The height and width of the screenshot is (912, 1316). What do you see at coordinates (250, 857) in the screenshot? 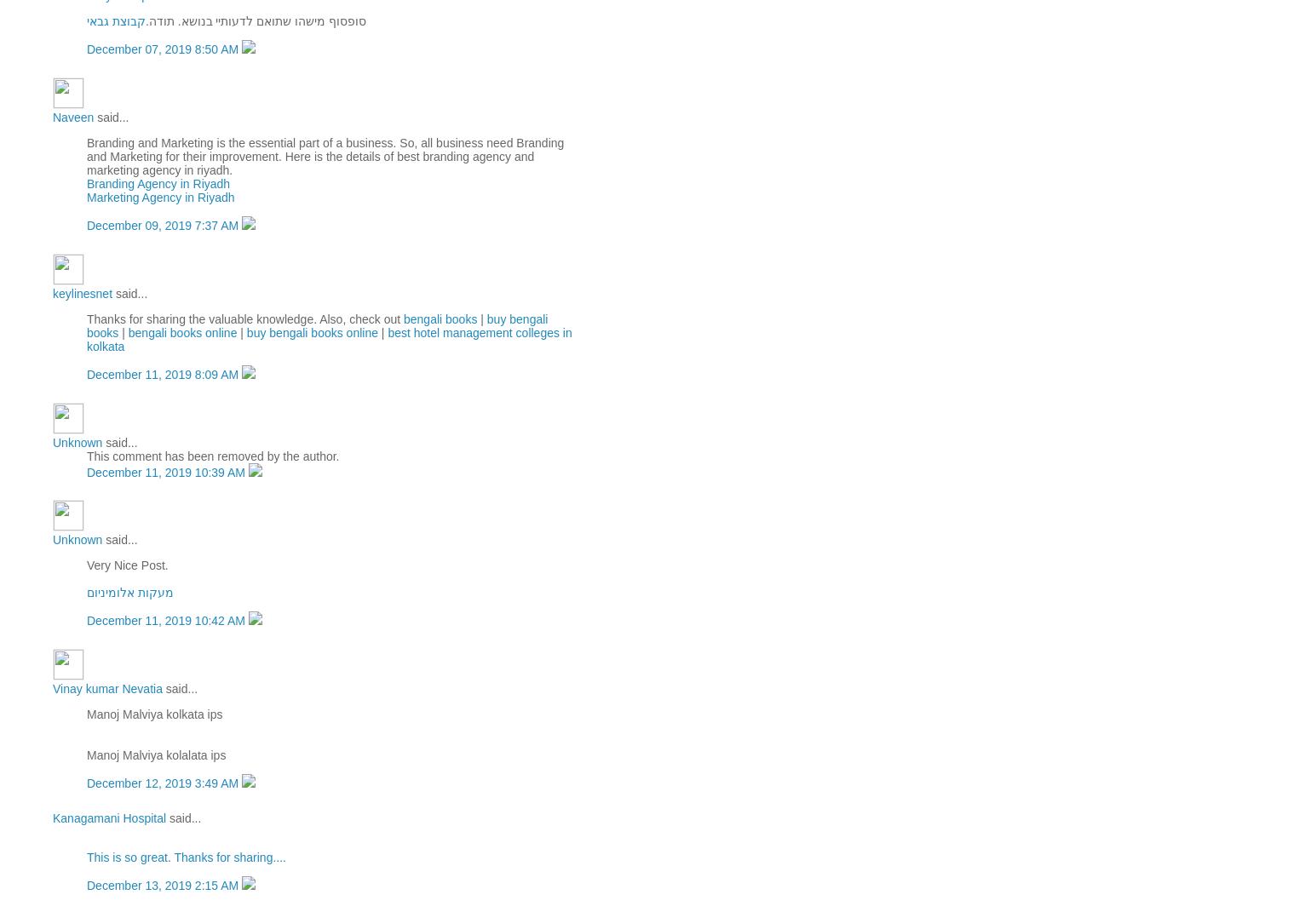
I see `'for sharing....'` at bounding box center [250, 857].